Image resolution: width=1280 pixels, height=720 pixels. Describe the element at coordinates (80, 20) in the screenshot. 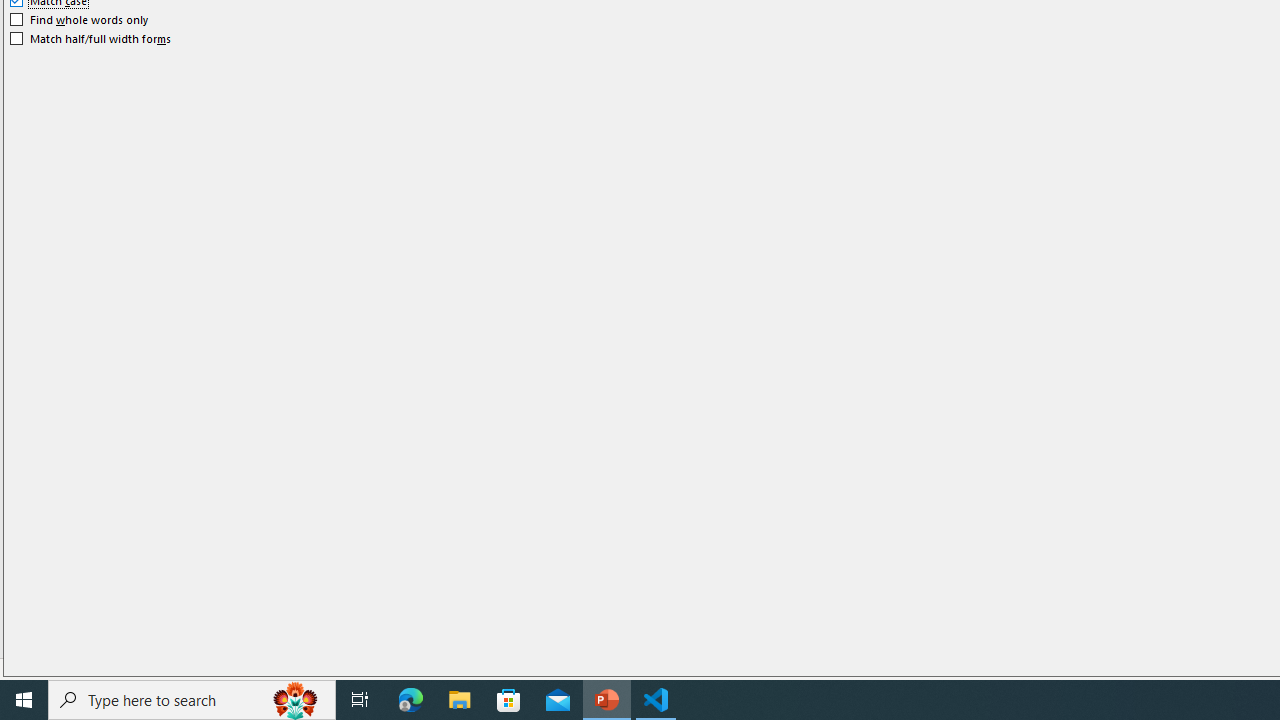

I see `'Find whole words only'` at that location.